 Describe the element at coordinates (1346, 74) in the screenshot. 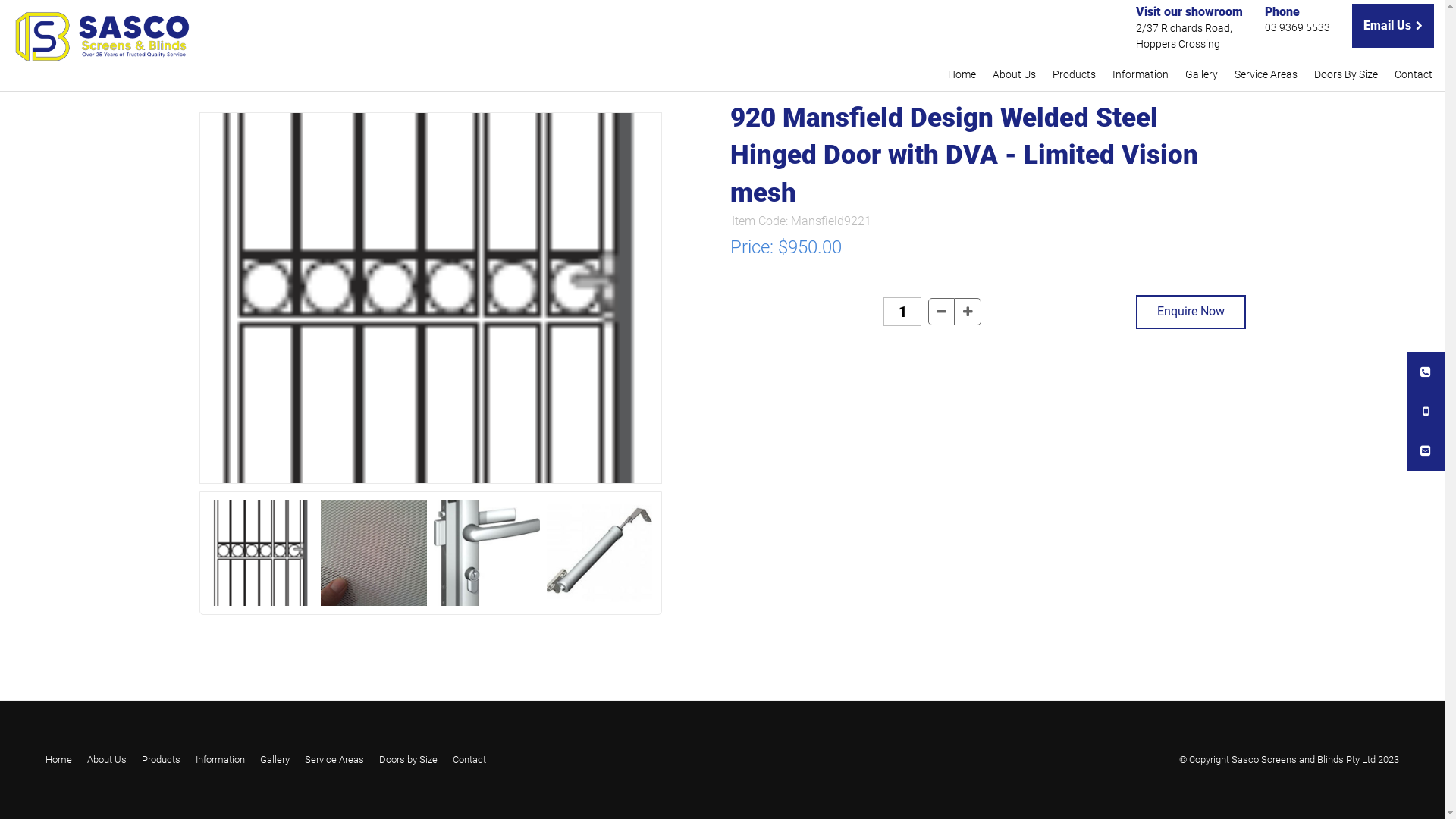

I see `'Doors By Size'` at that location.